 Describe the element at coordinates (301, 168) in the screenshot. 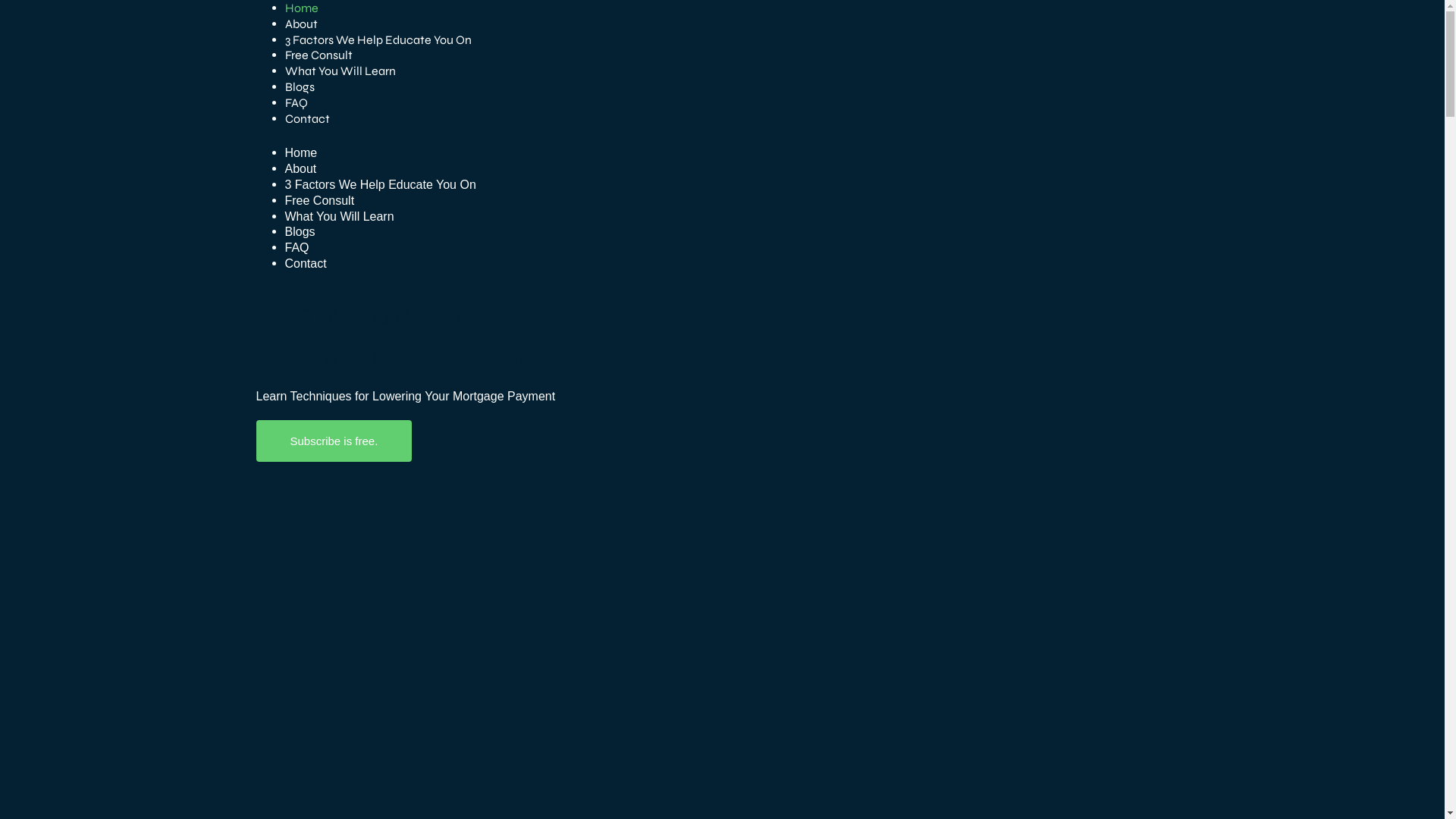

I see `'About'` at that location.